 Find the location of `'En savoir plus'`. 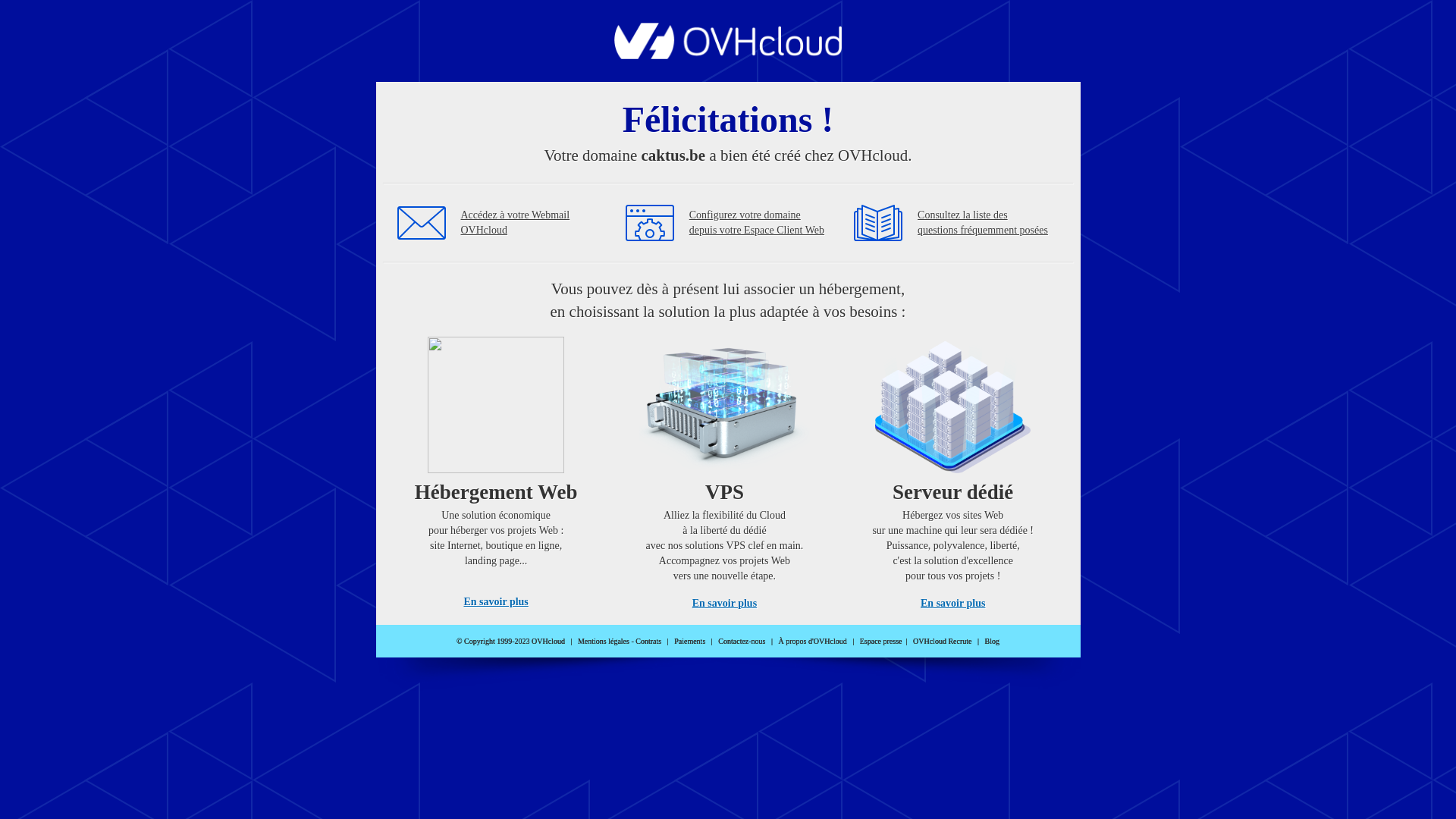

'En savoir plus' is located at coordinates (462, 601).